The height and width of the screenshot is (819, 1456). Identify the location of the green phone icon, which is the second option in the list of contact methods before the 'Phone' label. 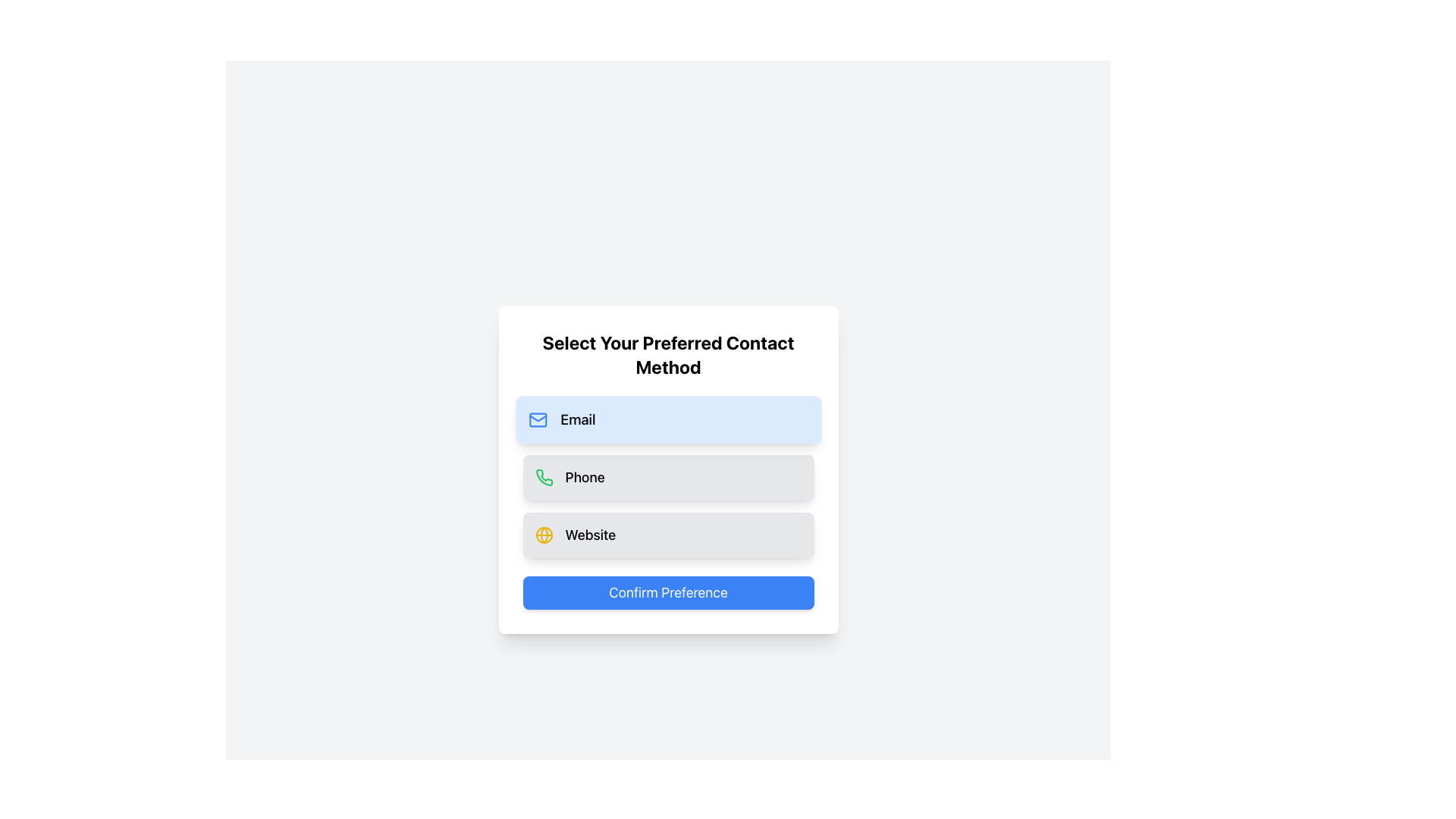
(544, 476).